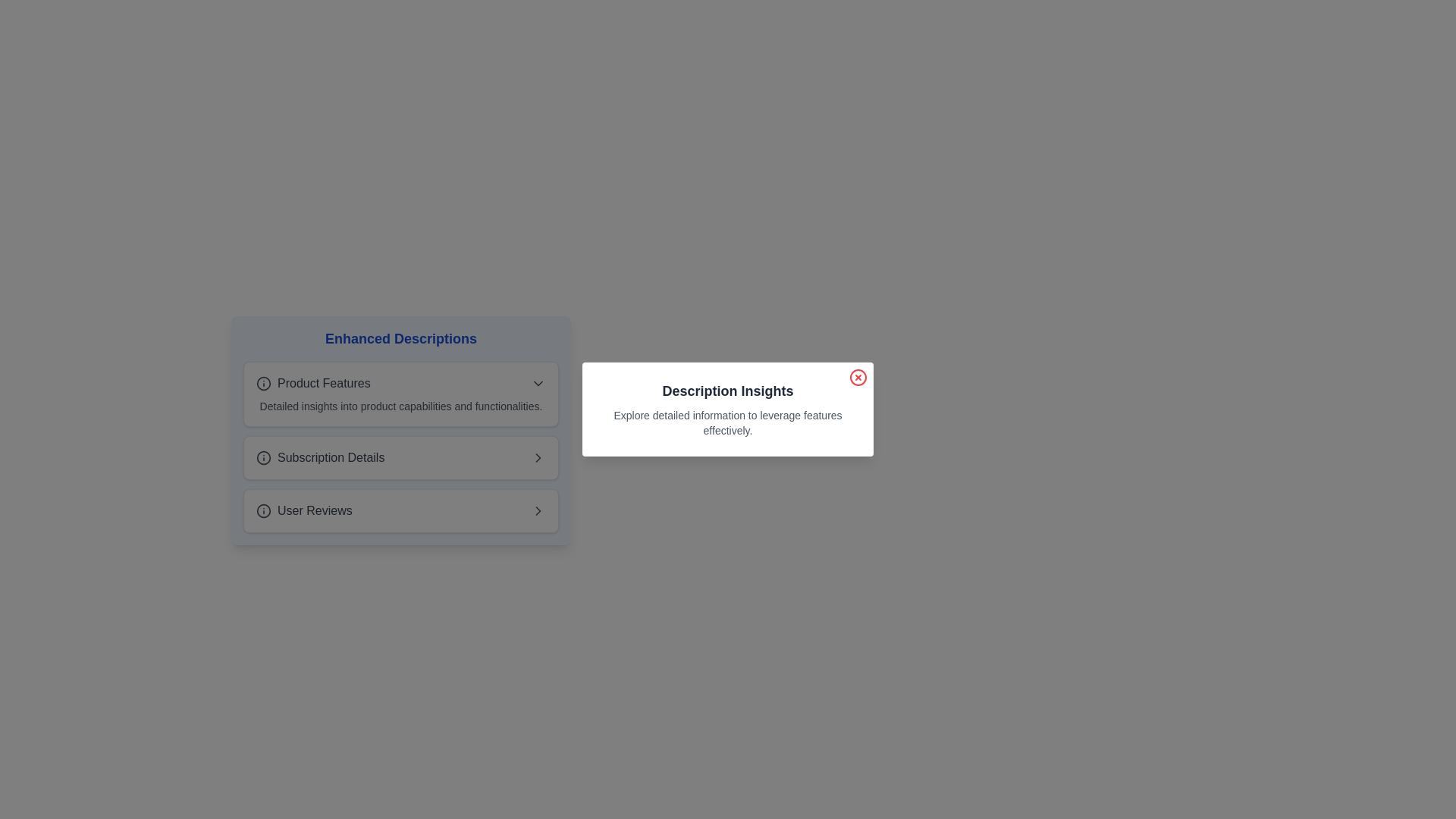 This screenshot has width=1456, height=819. Describe the element at coordinates (263, 457) in the screenshot. I see `the circular SVG component located in the middle of the icon group near 'Subscription Details'` at that location.